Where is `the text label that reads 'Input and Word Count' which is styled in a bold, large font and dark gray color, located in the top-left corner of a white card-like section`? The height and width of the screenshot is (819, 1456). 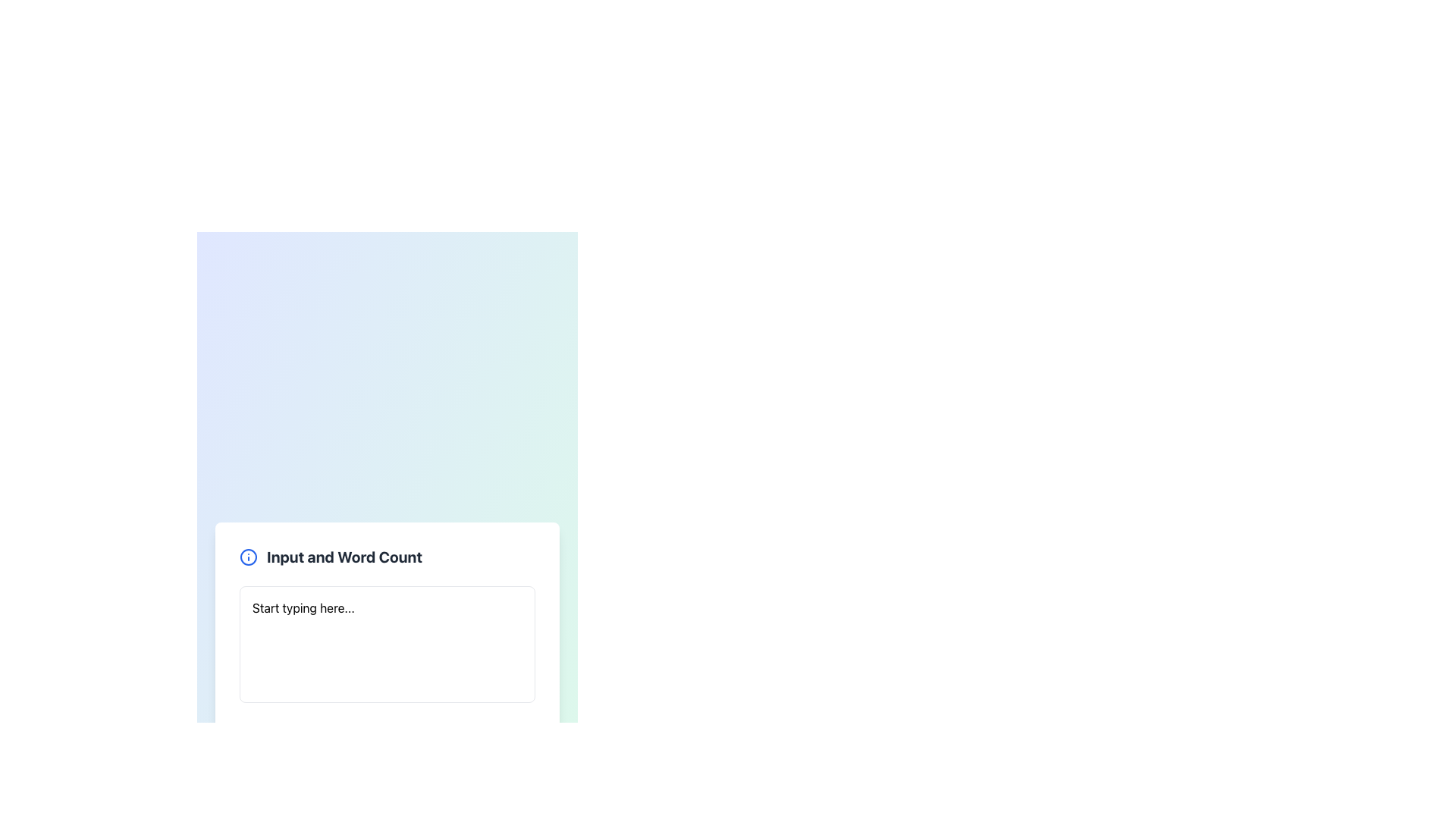
the text label that reads 'Input and Word Count' which is styled in a bold, large font and dark gray color, located in the top-left corner of a white card-like section is located at coordinates (344, 557).